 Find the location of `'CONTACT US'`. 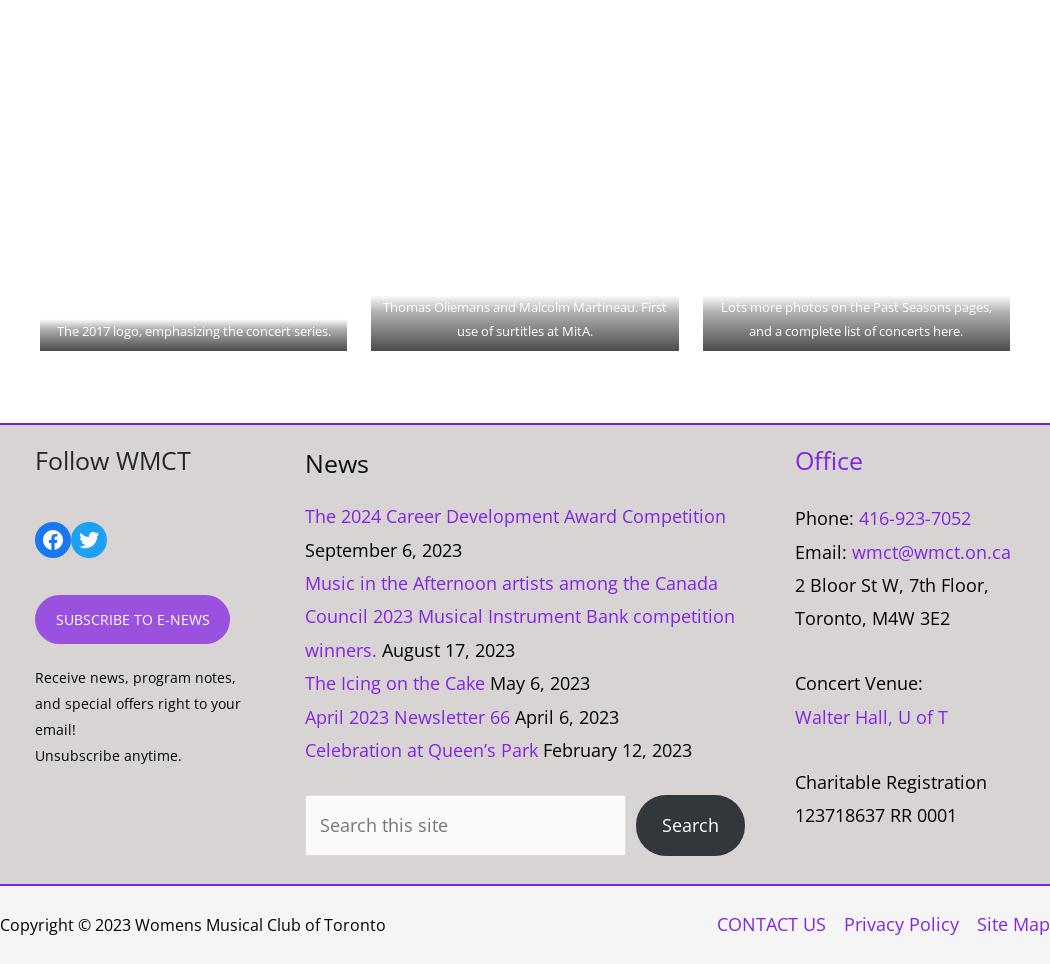

'CONTACT US' is located at coordinates (716, 922).